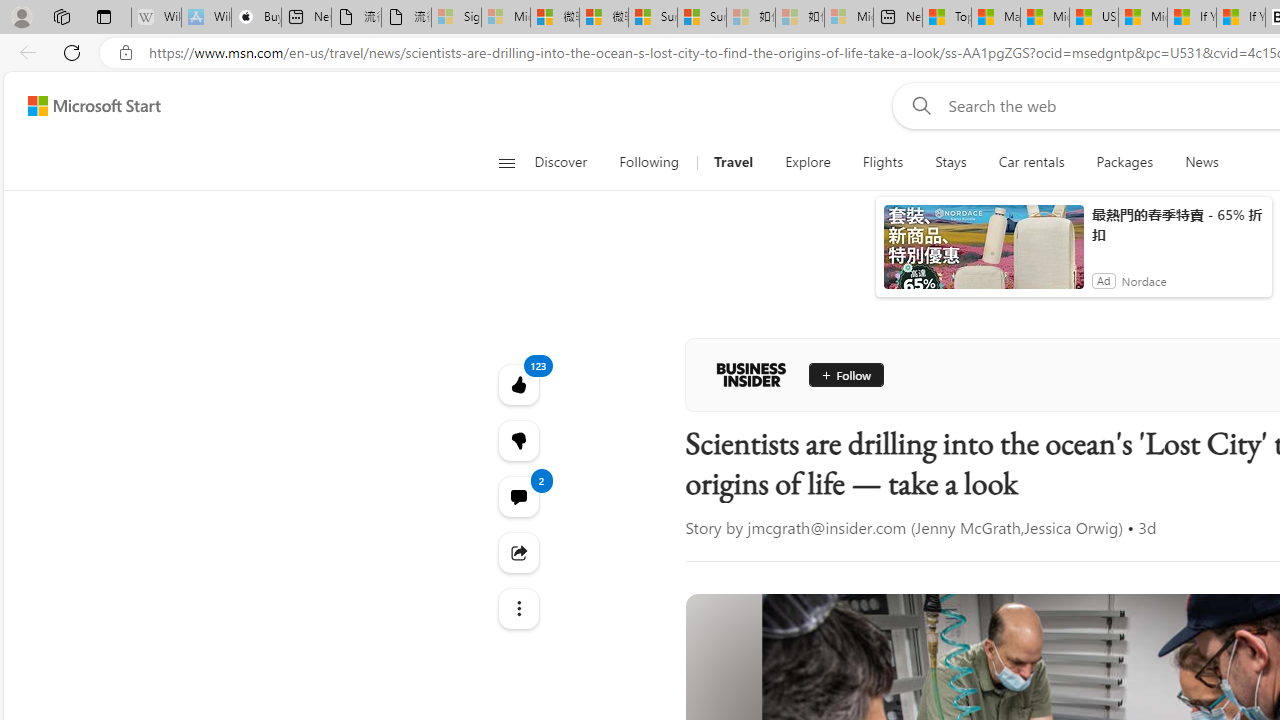 This screenshot has height=720, width=1280. I want to click on 'Explore', so click(807, 162).